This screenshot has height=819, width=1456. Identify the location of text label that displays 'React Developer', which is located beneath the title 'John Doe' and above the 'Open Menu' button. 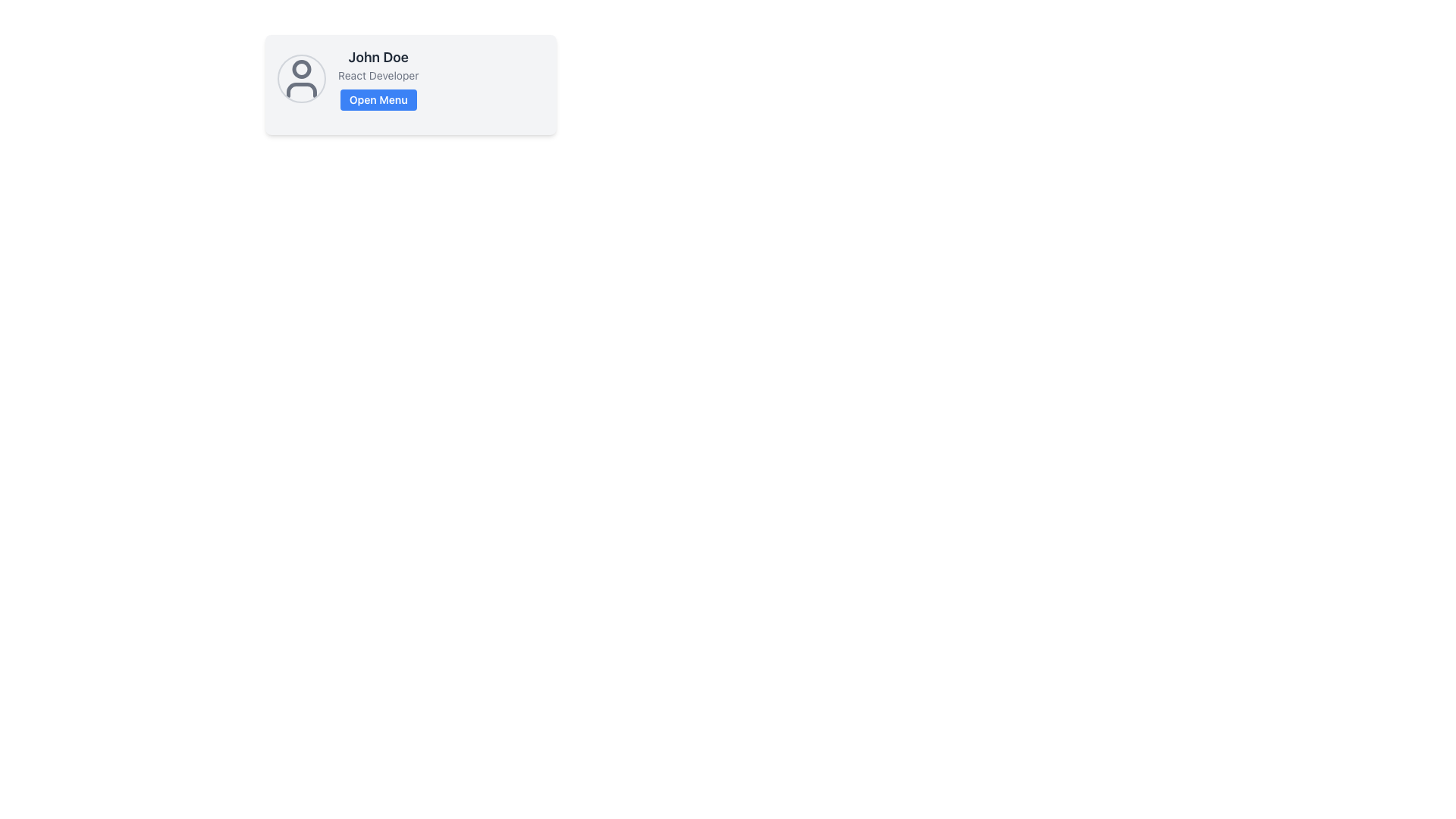
(378, 76).